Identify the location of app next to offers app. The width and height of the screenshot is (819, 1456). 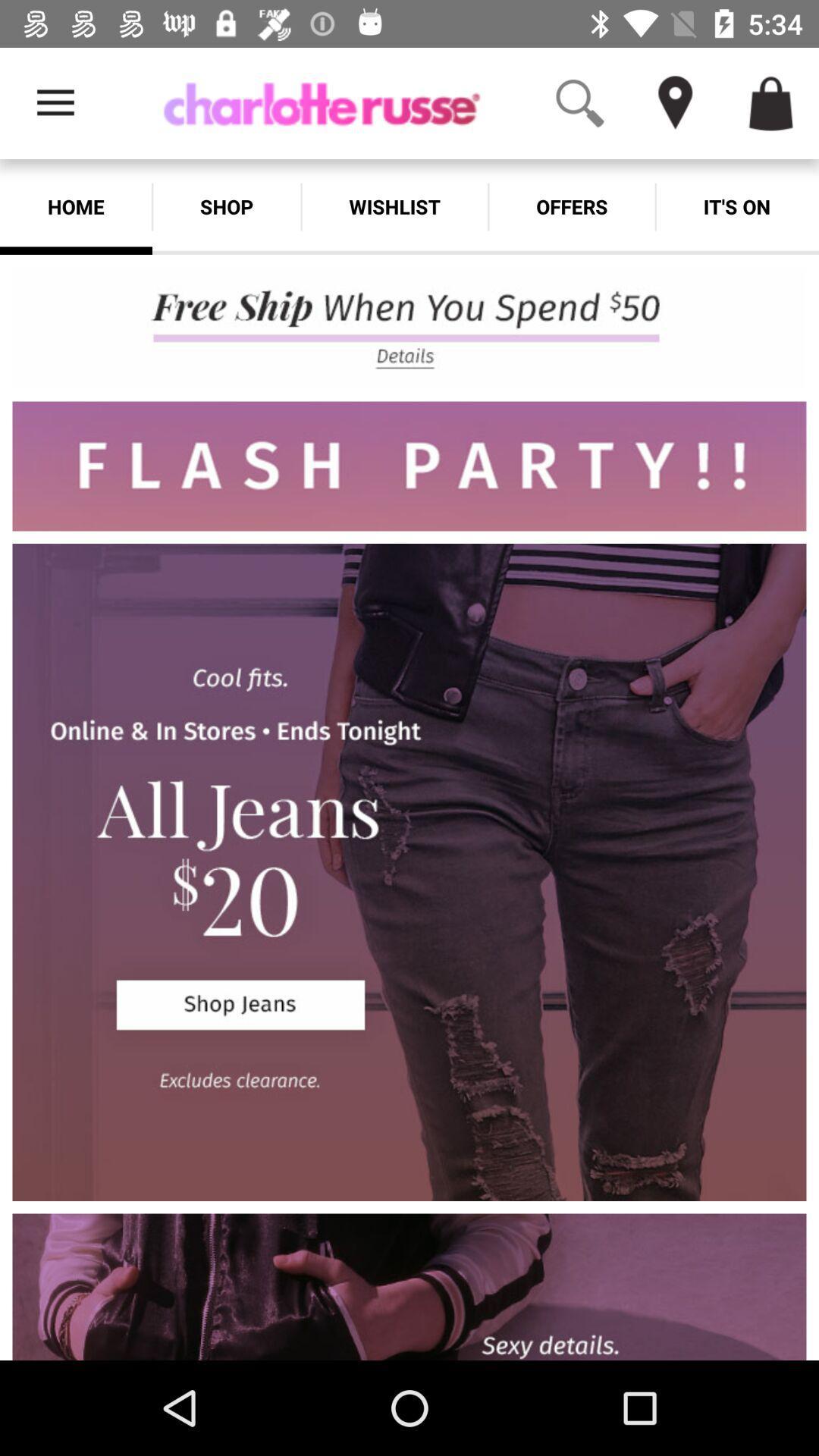
(394, 206).